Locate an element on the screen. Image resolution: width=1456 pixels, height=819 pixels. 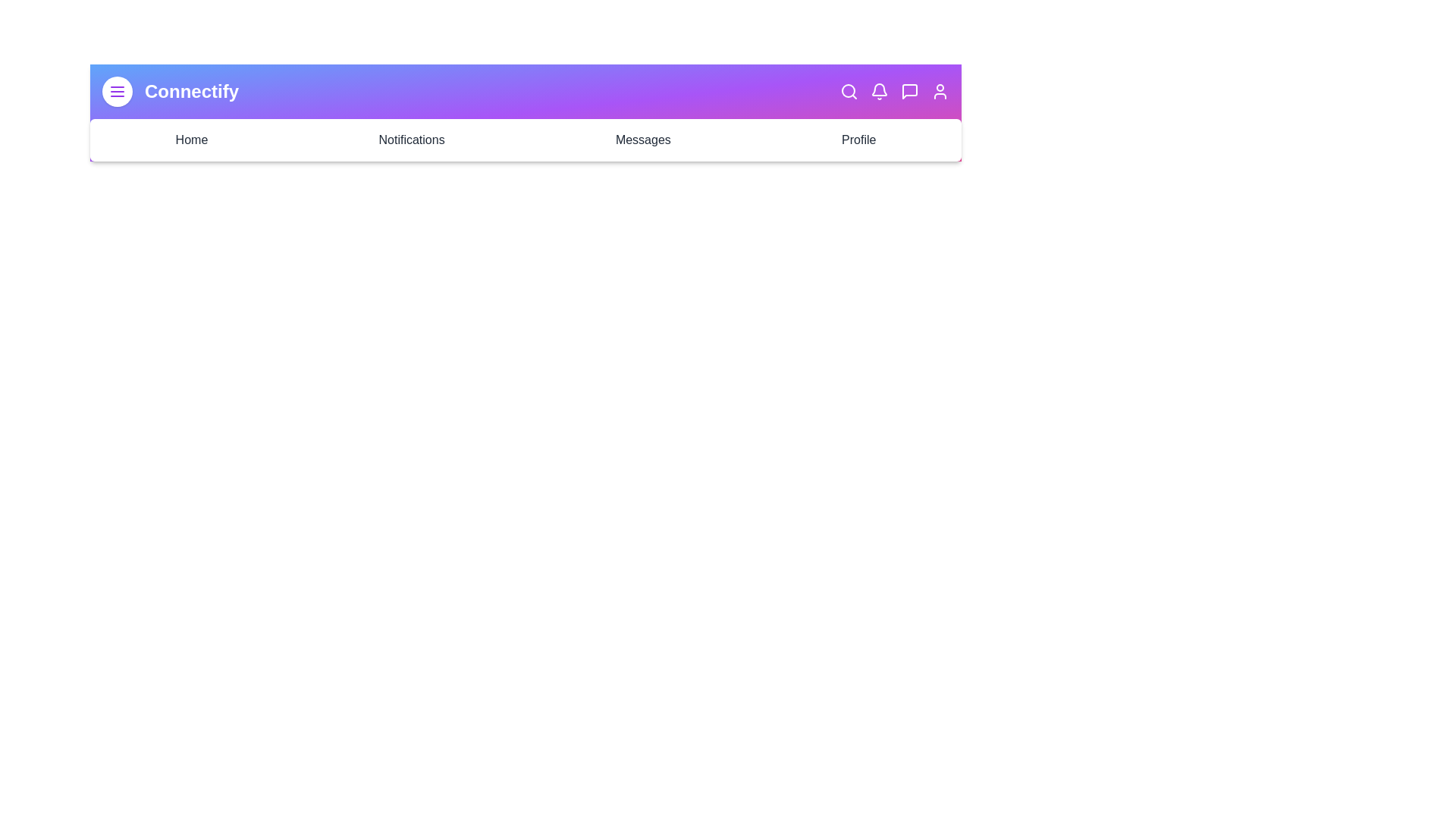
the menu button to toggle the menu visibility is located at coordinates (116, 91).